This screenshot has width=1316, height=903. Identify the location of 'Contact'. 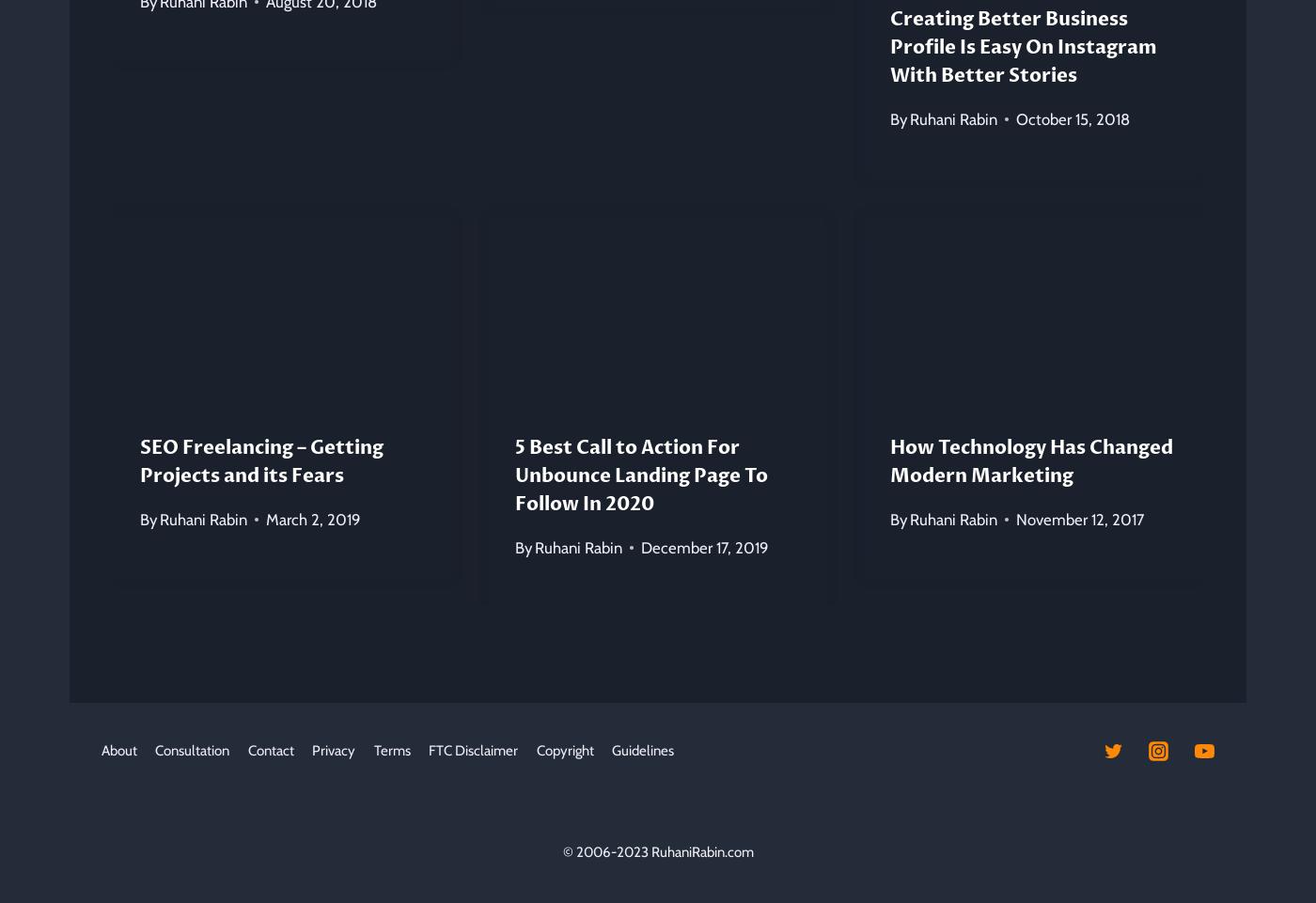
(270, 749).